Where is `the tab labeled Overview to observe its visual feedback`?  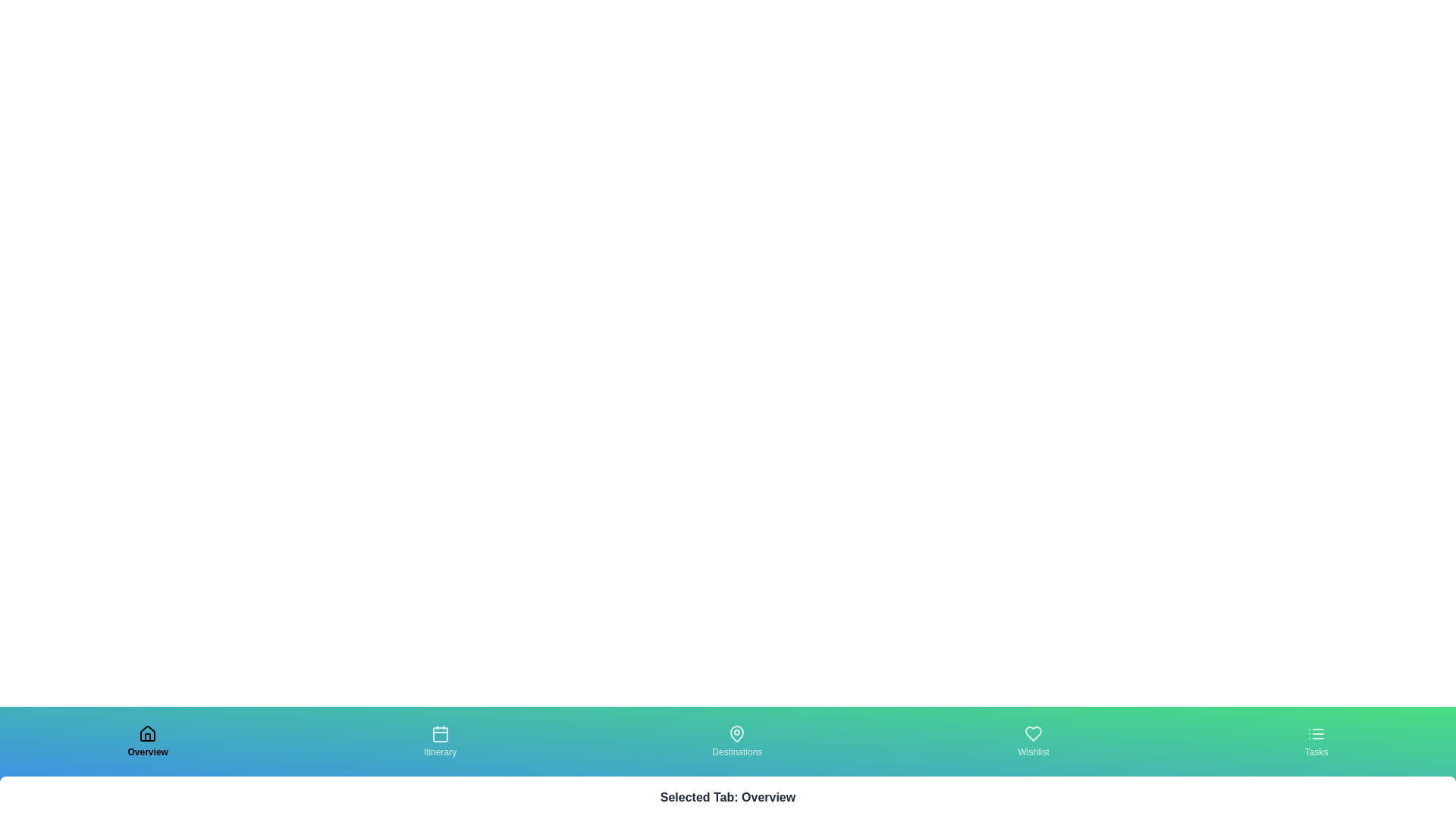 the tab labeled Overview to observe its visual feedback is located at coordinates (148, 741).